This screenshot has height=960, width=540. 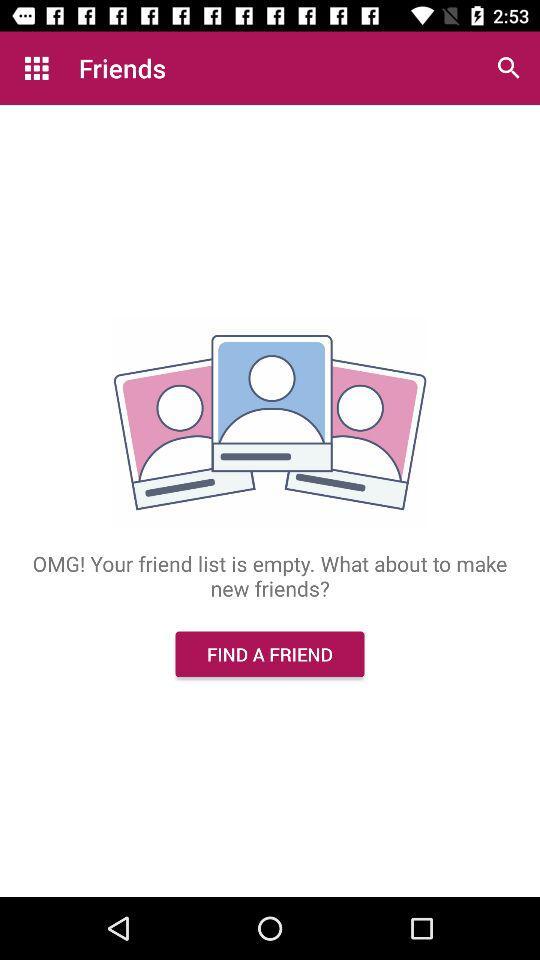 What do you see at coordinates (270, 653) in the screenshot?
I see `the item below omg your friend icon` at bounding box center [270, 653].